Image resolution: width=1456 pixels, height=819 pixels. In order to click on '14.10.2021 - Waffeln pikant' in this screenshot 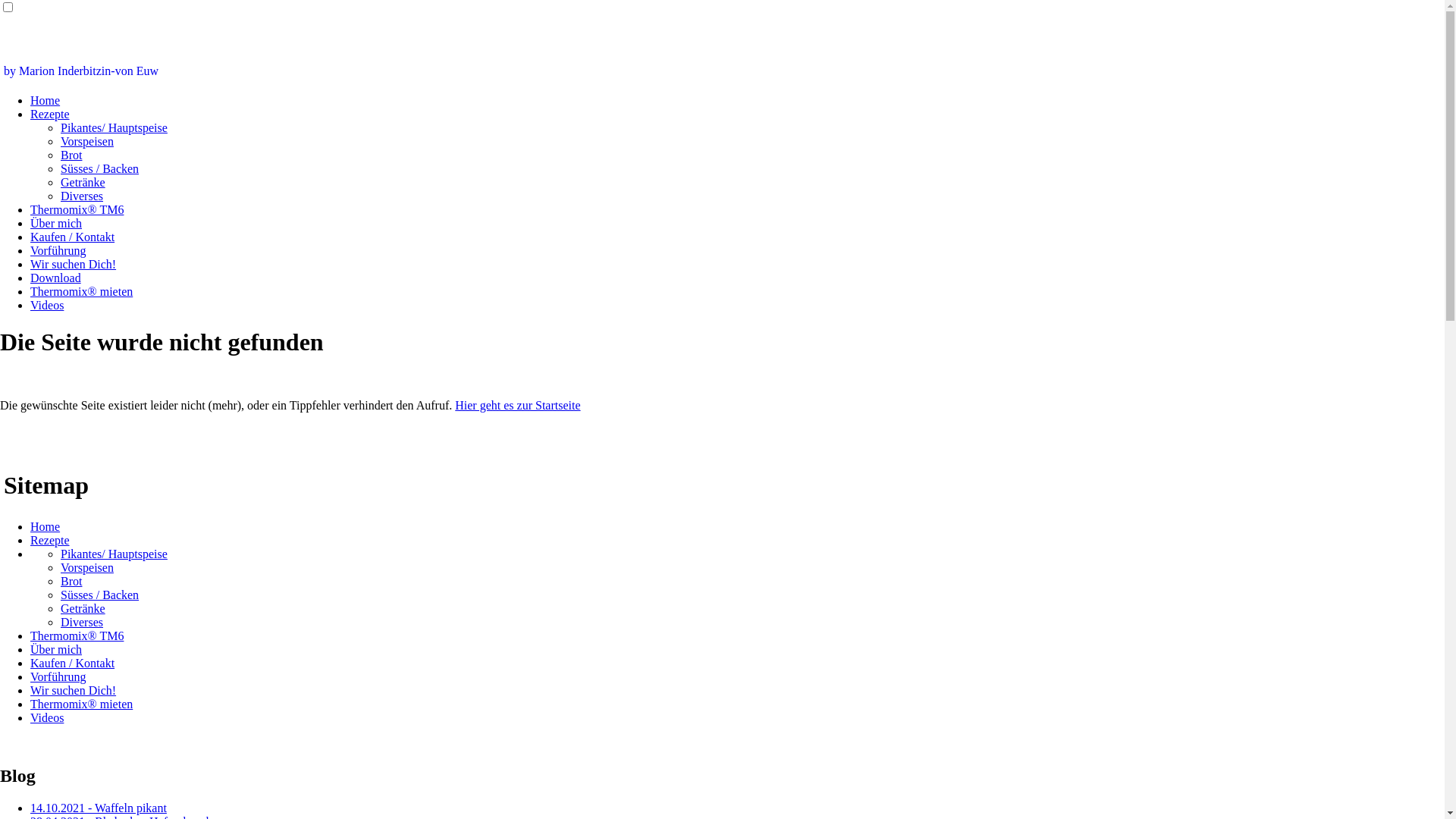, I will do `click(97, 807)`.